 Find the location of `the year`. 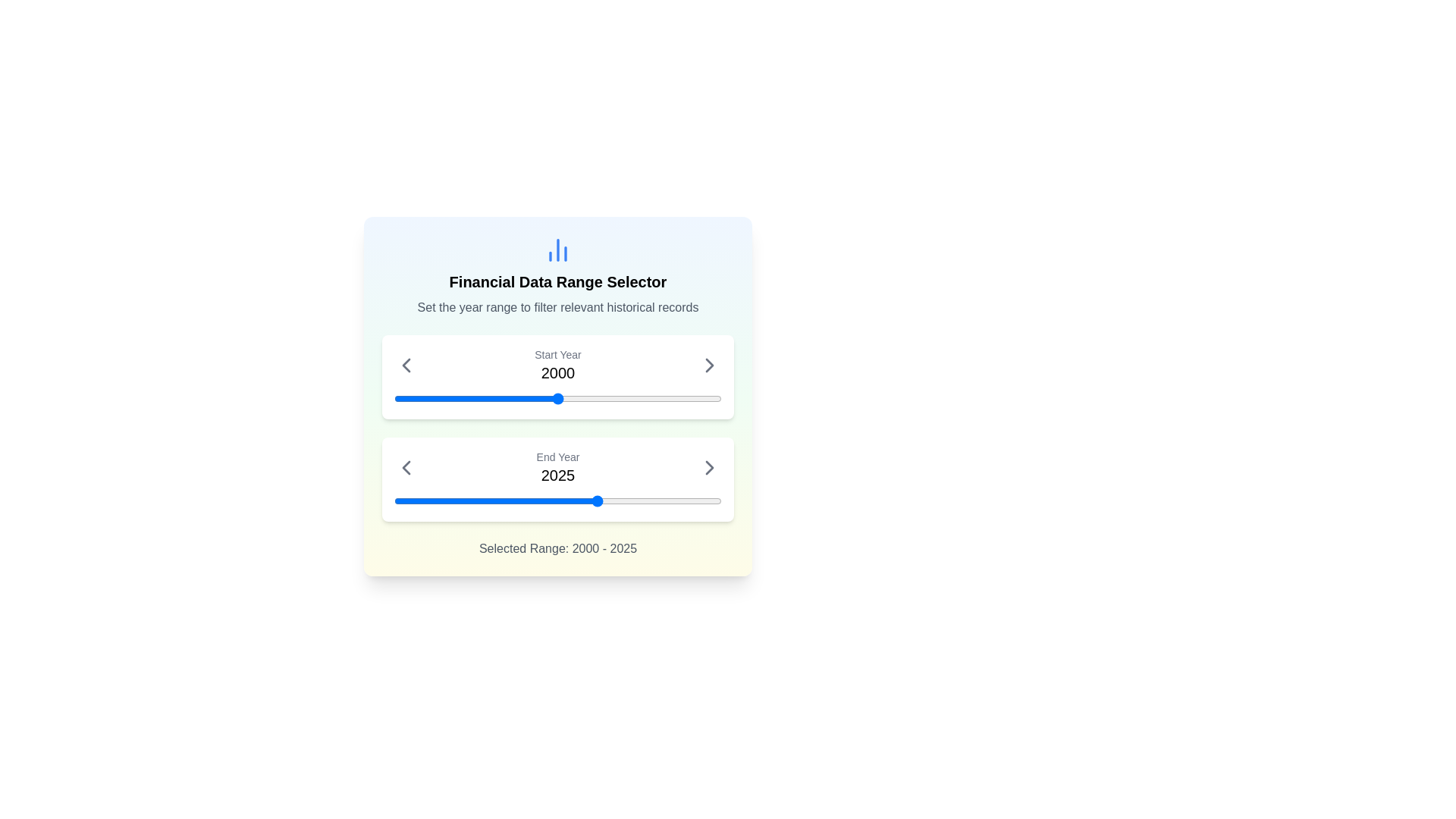

the year is located at coordinates (555, 500).